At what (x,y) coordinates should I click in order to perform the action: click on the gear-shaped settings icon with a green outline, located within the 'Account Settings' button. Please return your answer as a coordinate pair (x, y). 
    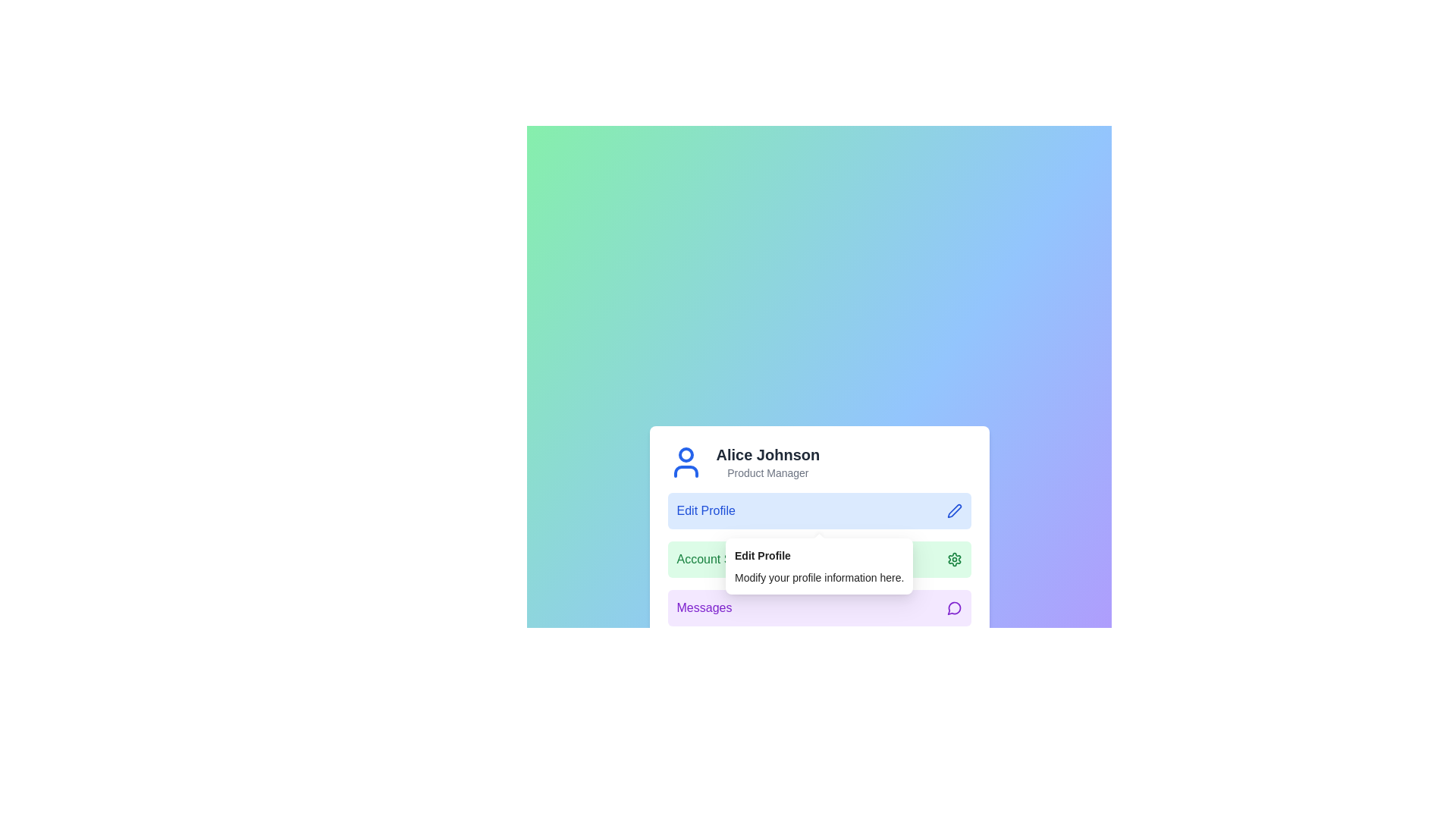
    Looking at the image, I should click on (953, 559).